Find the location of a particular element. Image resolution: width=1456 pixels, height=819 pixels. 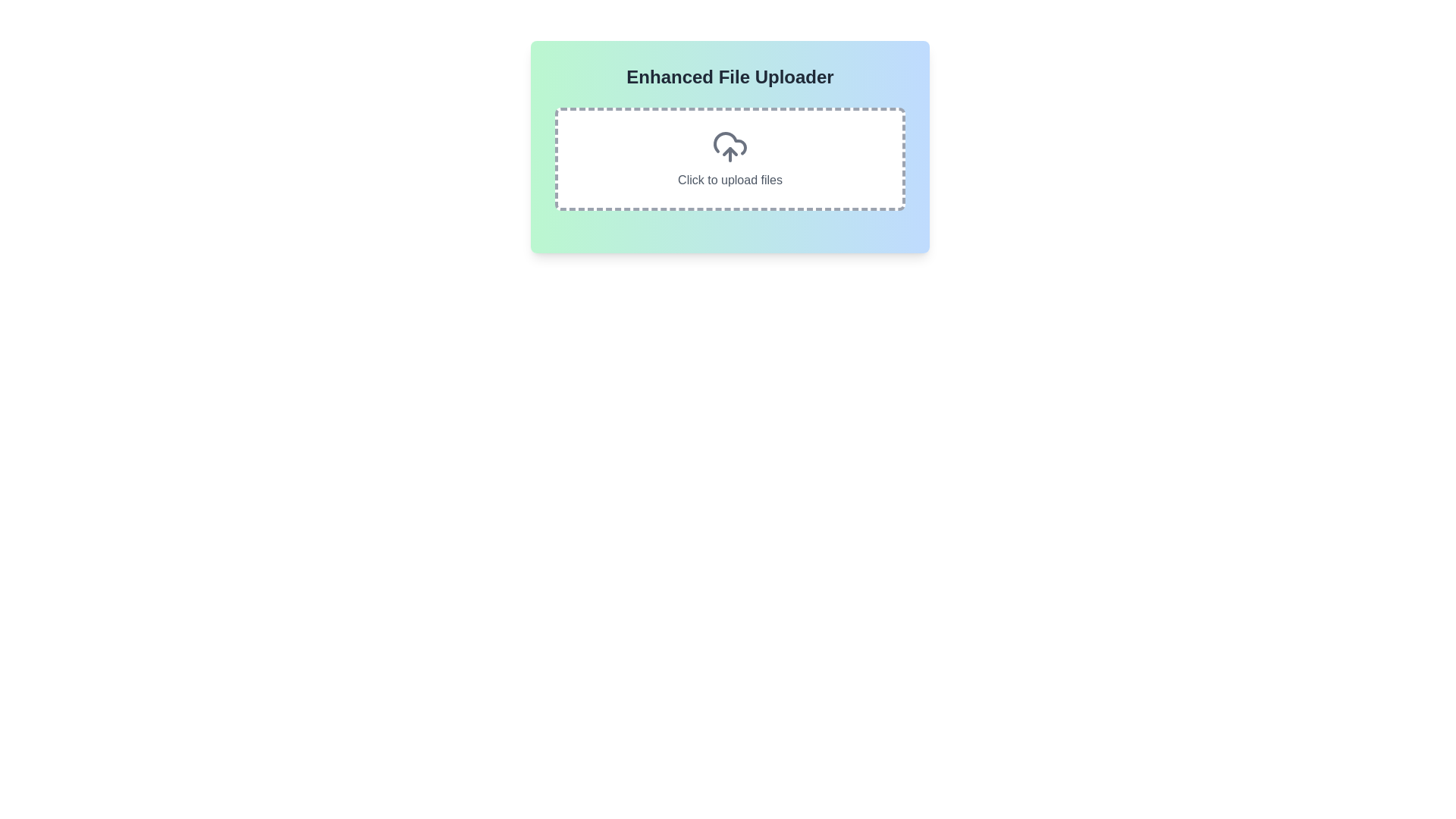

the file upload icon, which is centrally aligned above the 'Click to upload files' text is located at coordinates (730, 146).